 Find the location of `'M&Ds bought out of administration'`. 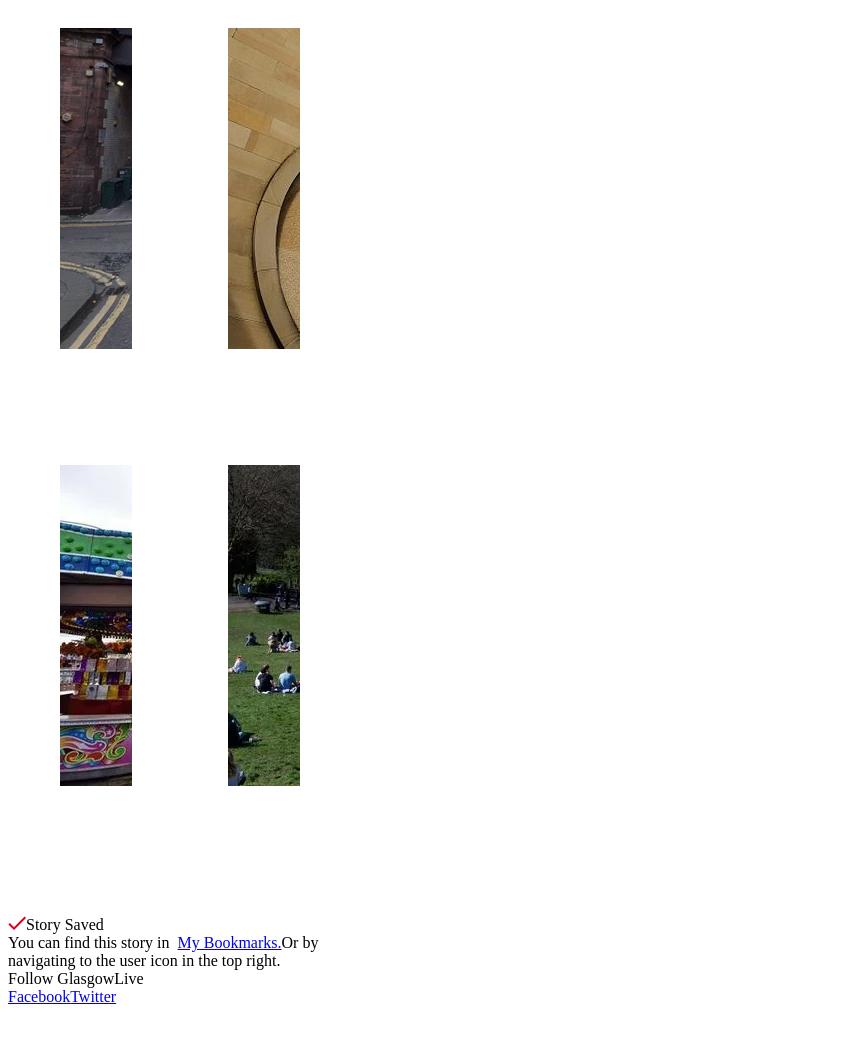

'M&Ds bought out of administration' is located at coordinates (103, 828).